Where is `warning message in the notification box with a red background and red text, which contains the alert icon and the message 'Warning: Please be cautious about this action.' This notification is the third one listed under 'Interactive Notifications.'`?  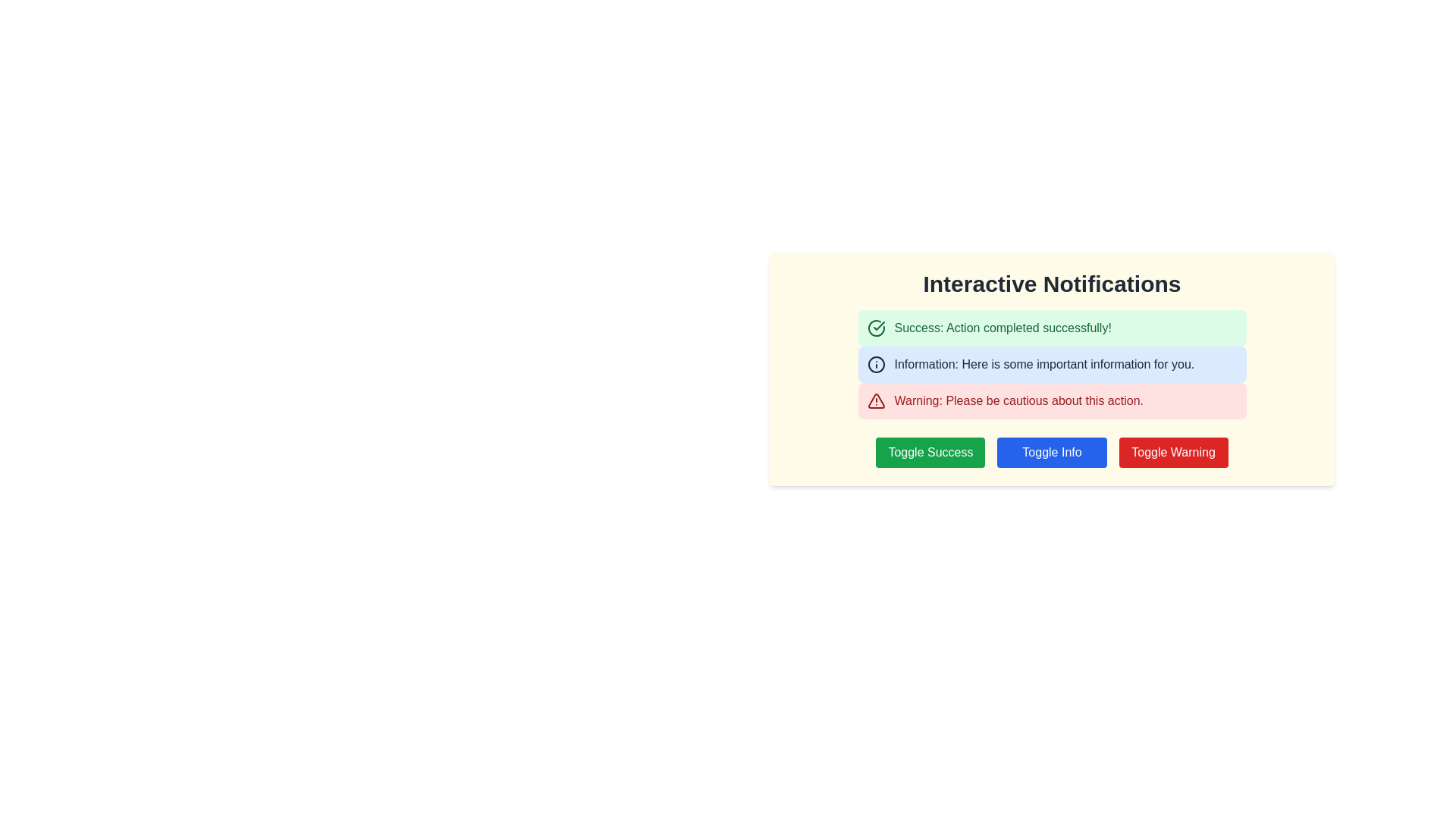 warning message in the notification box with a red background and red text, which contains the alert icon and the message 'Warning: Please be cautious about this action.' This notification is the third one listed under 'Interactive Notifications.' is located at coordinates (1051, 400).